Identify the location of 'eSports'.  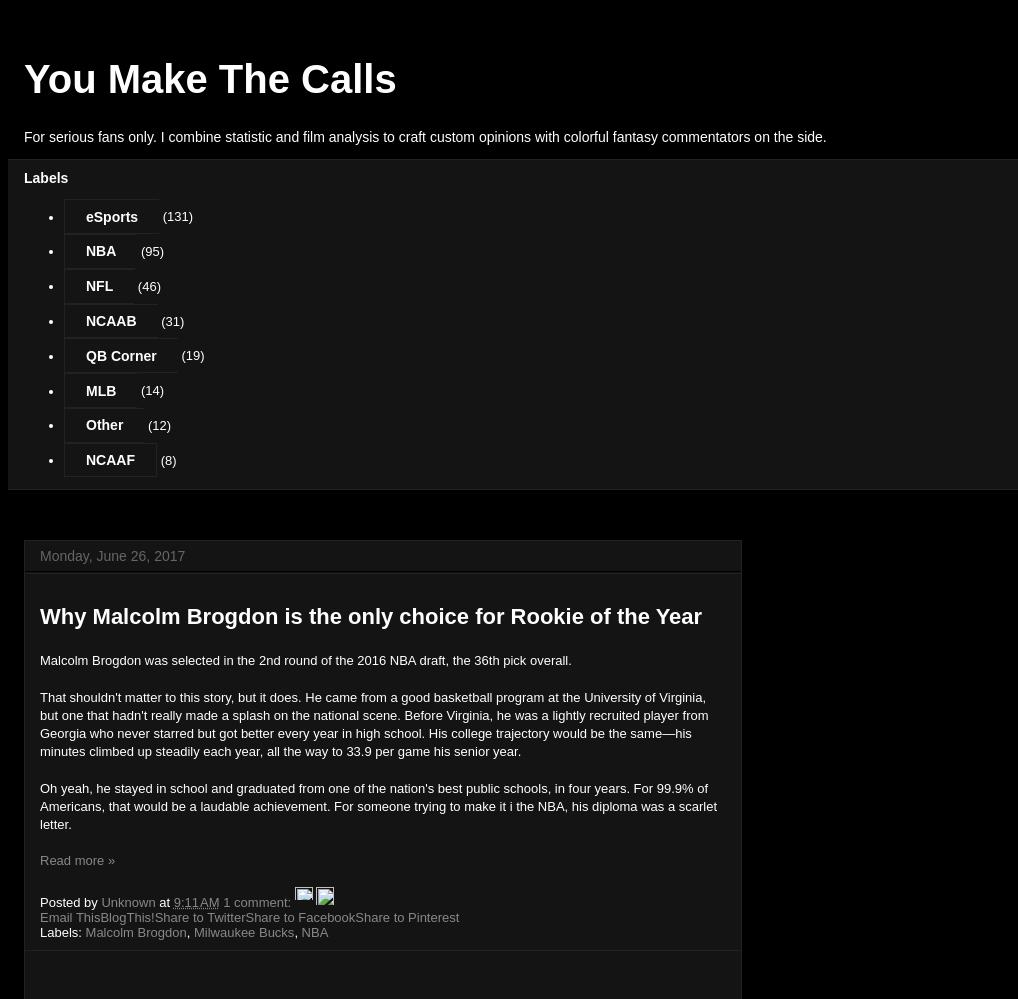
(110, 214).